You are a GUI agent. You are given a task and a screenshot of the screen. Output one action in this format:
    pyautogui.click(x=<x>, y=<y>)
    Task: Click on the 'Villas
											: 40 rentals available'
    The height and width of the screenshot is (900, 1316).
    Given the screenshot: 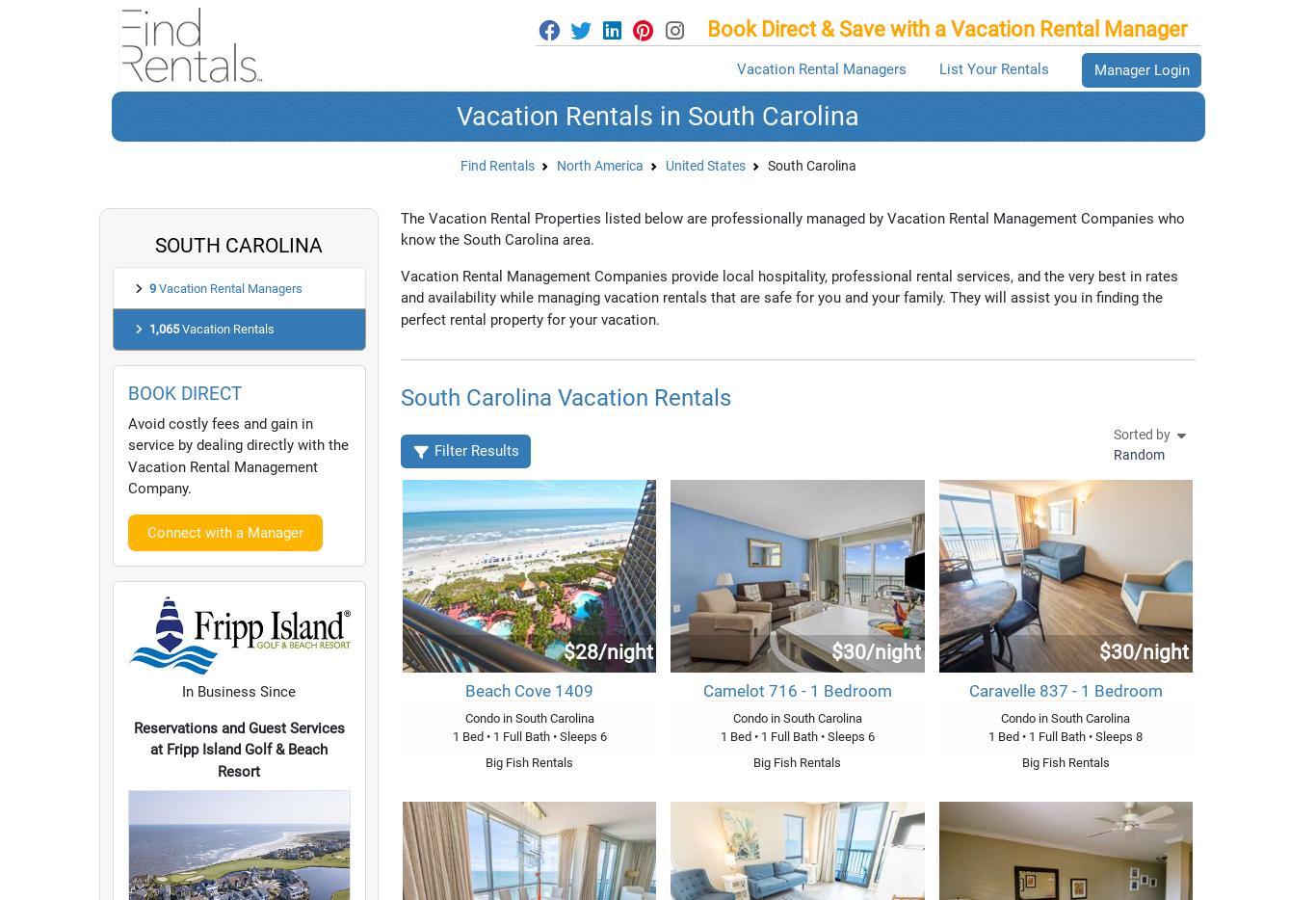 What is the action you would take?
    pyautogui.click(x=269, y=619)
    